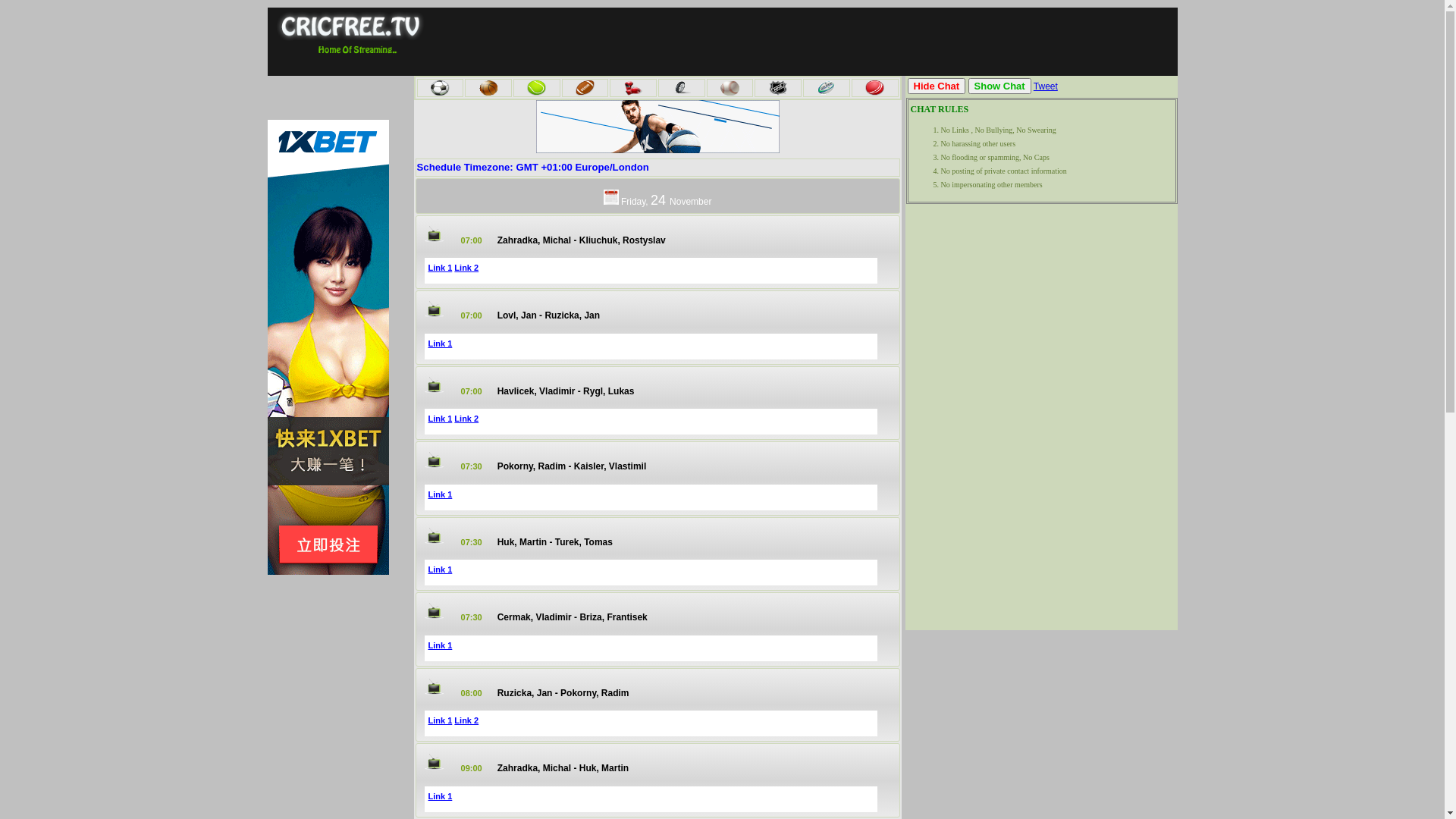 The height and width of the screenshot is (819, 1456). I want to click on 'Ruzicka, Jan - Pokorny, Radim', so click(563, 693).